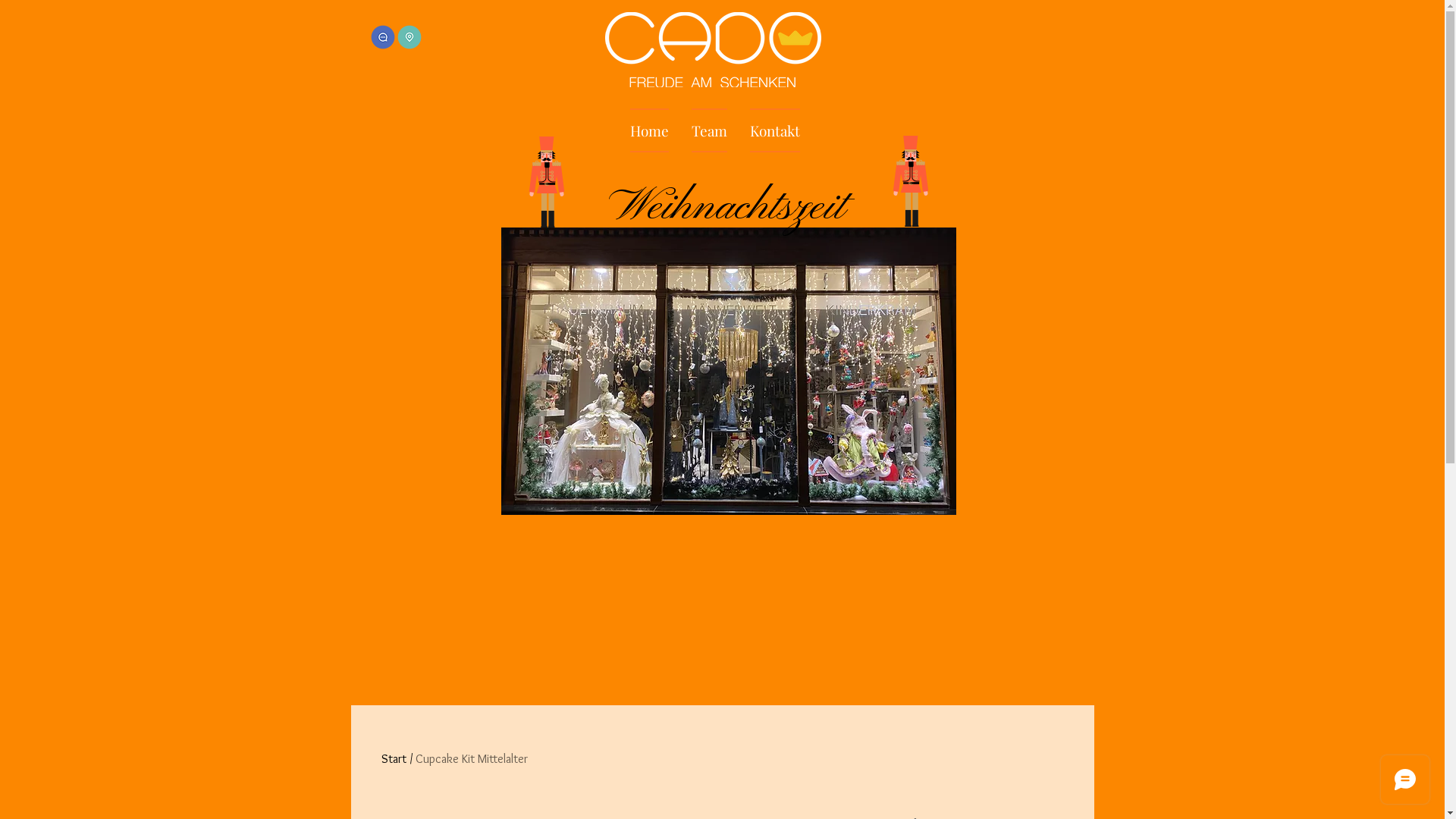 The width and height of the screenshot is (1456, 819). What do you see at coordinates (708, 130) in the screenshot?
I see `'Team'` at bounding box center [708, 130].